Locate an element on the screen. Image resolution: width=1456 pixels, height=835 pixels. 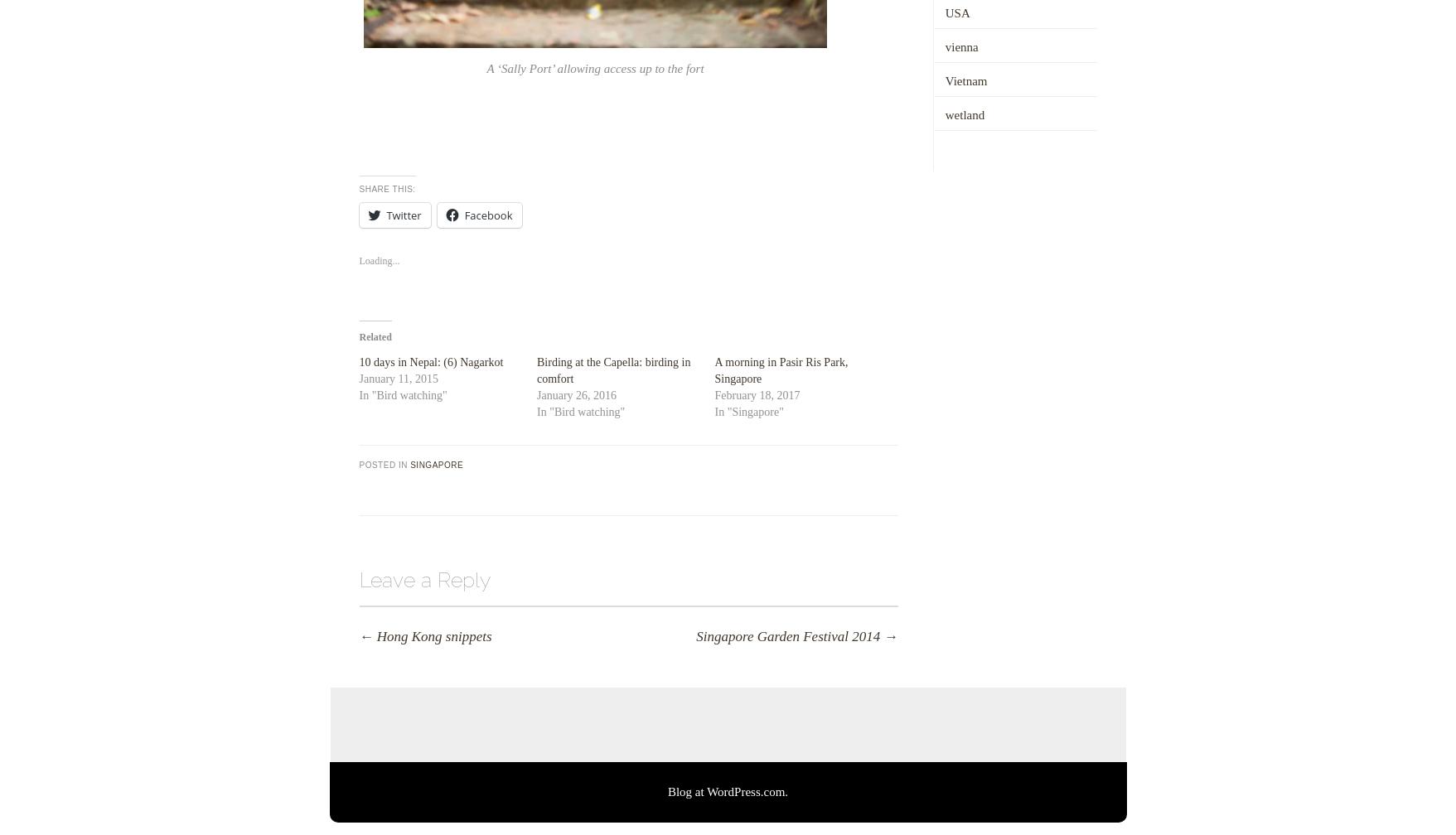
'wetland' is located at coordinates (964, 113).